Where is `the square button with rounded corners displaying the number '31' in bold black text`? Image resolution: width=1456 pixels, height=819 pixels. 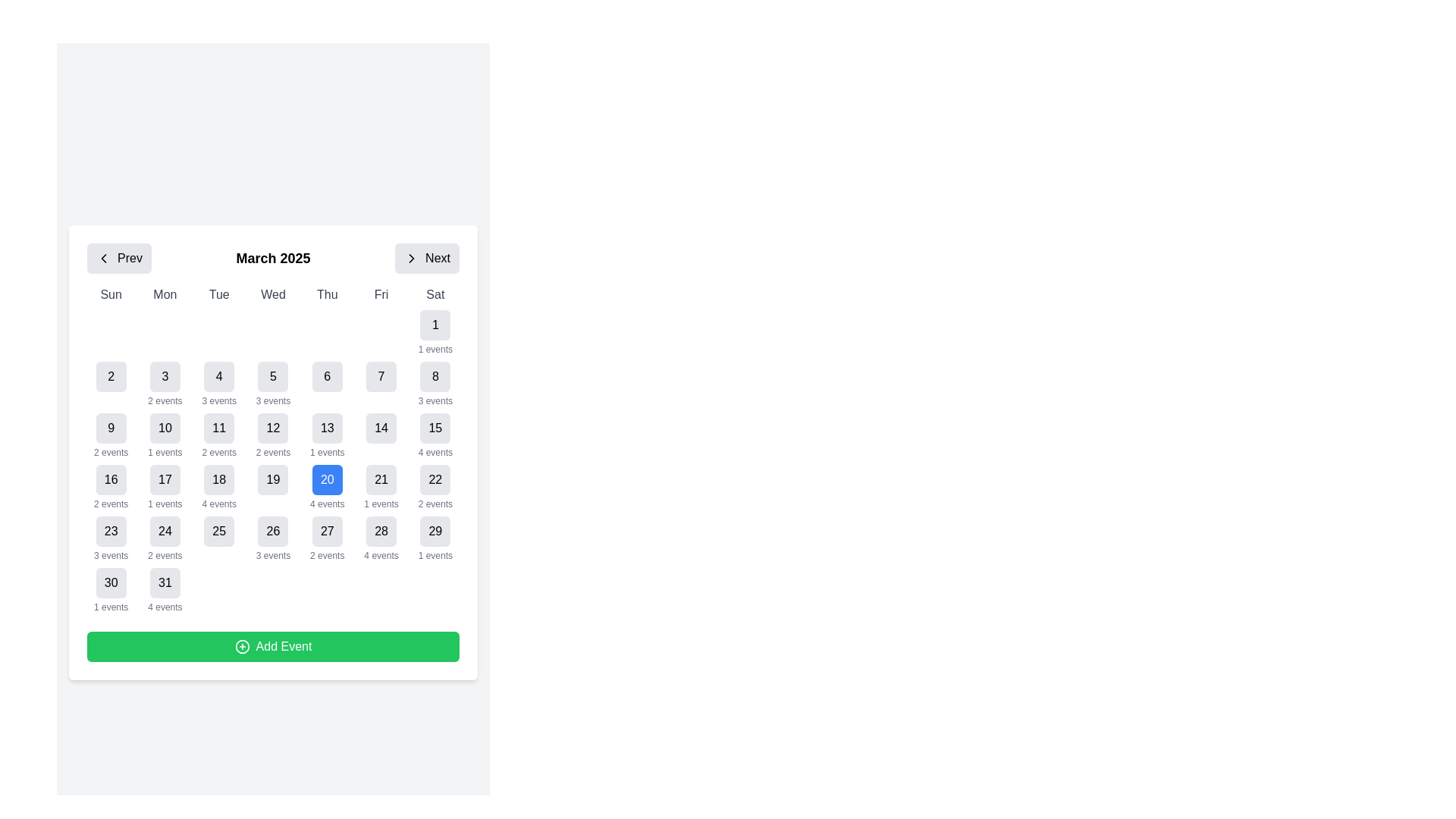
the square button with rounded corners displaying the number '31' in bold black text is located at coordinates (165, 582).